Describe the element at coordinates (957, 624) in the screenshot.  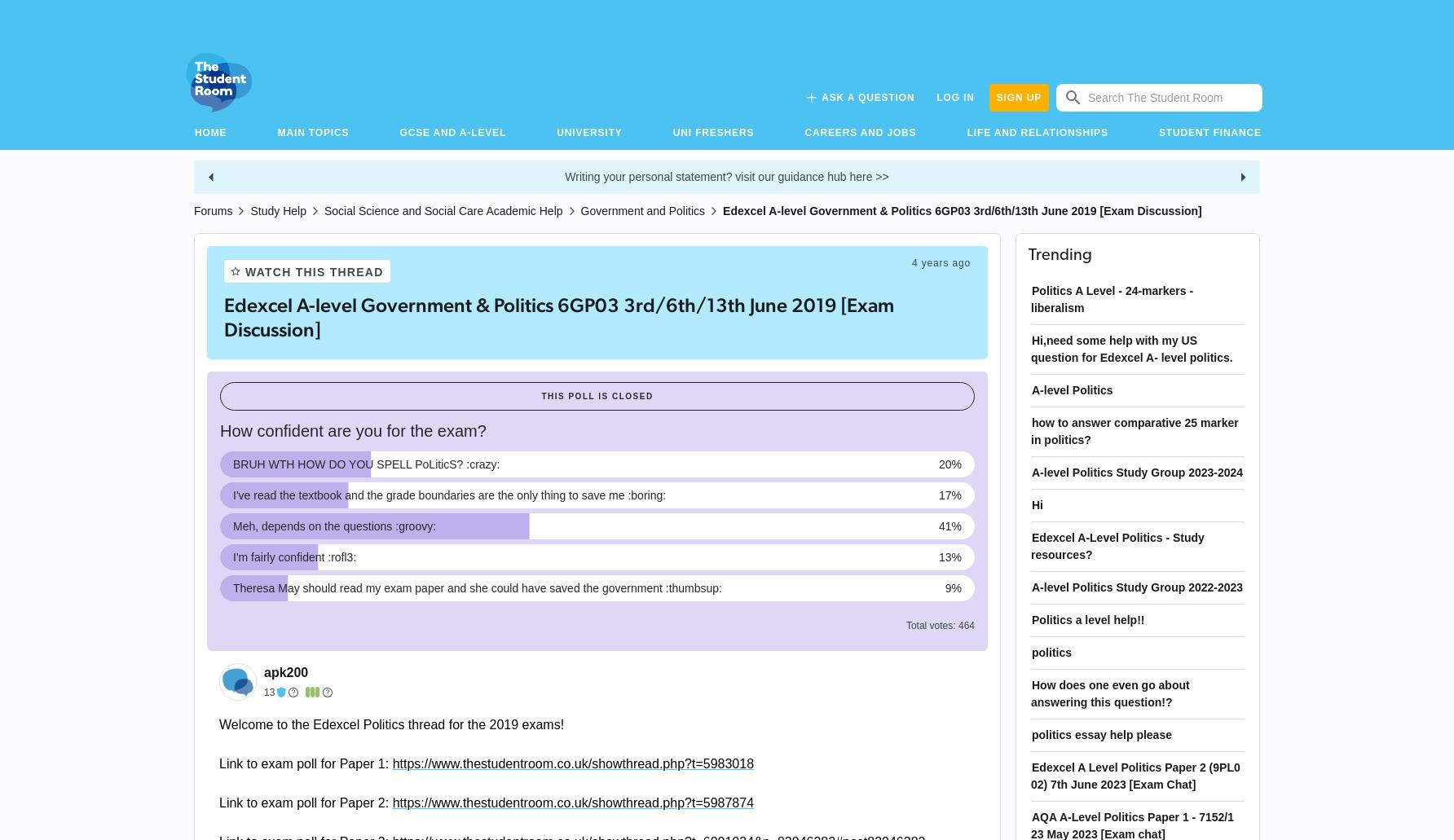
I see `'464'` at that location.